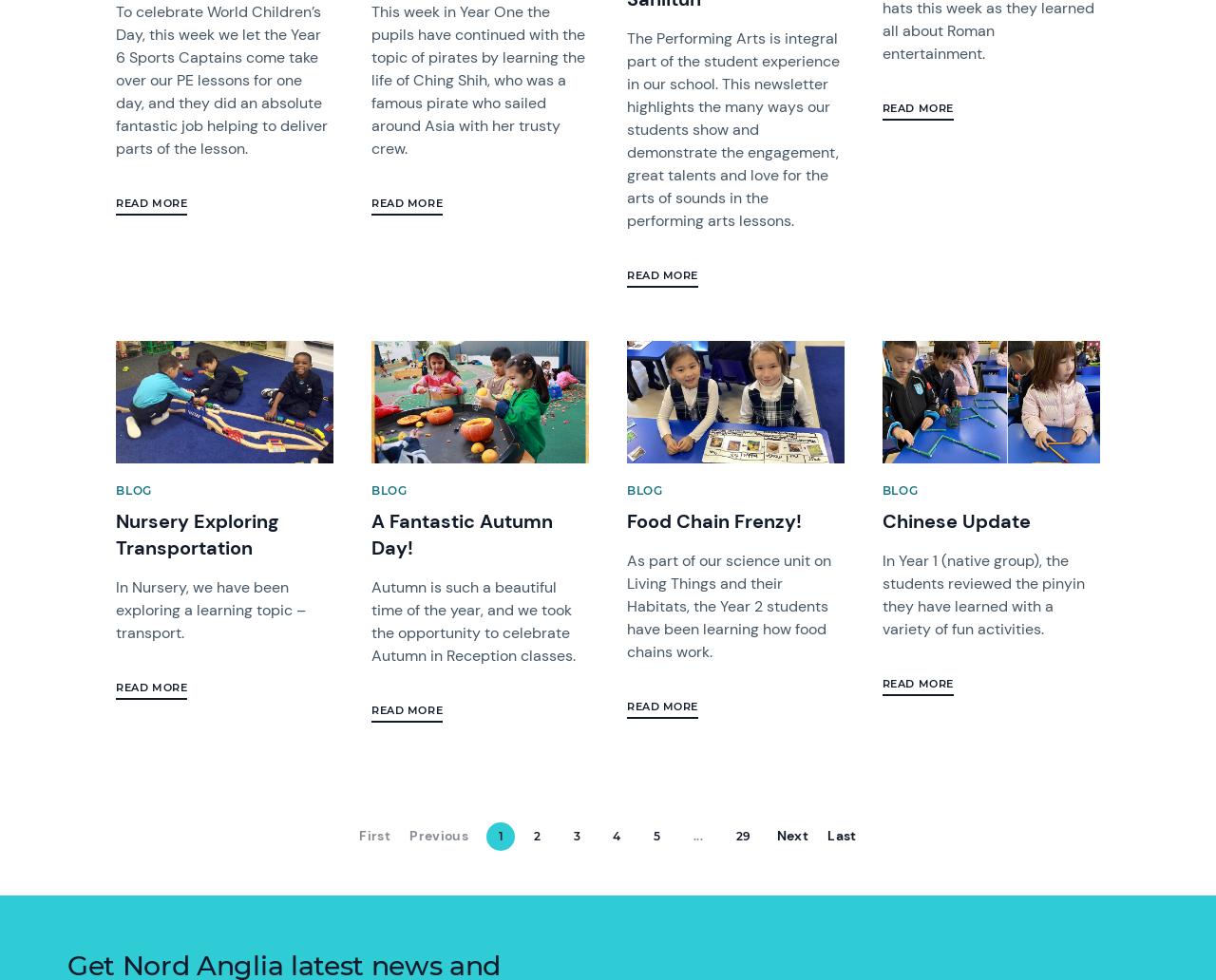  Describe the element at coordinates (731, 128) in the screenshot. I see `'The Performing Arts is integral part of the student experience in our school. This newsletter highlights the many ways our students show and demonstrate the engagement, great talents and love for the arts of sounds in the performing arts lessons.'` at that location.